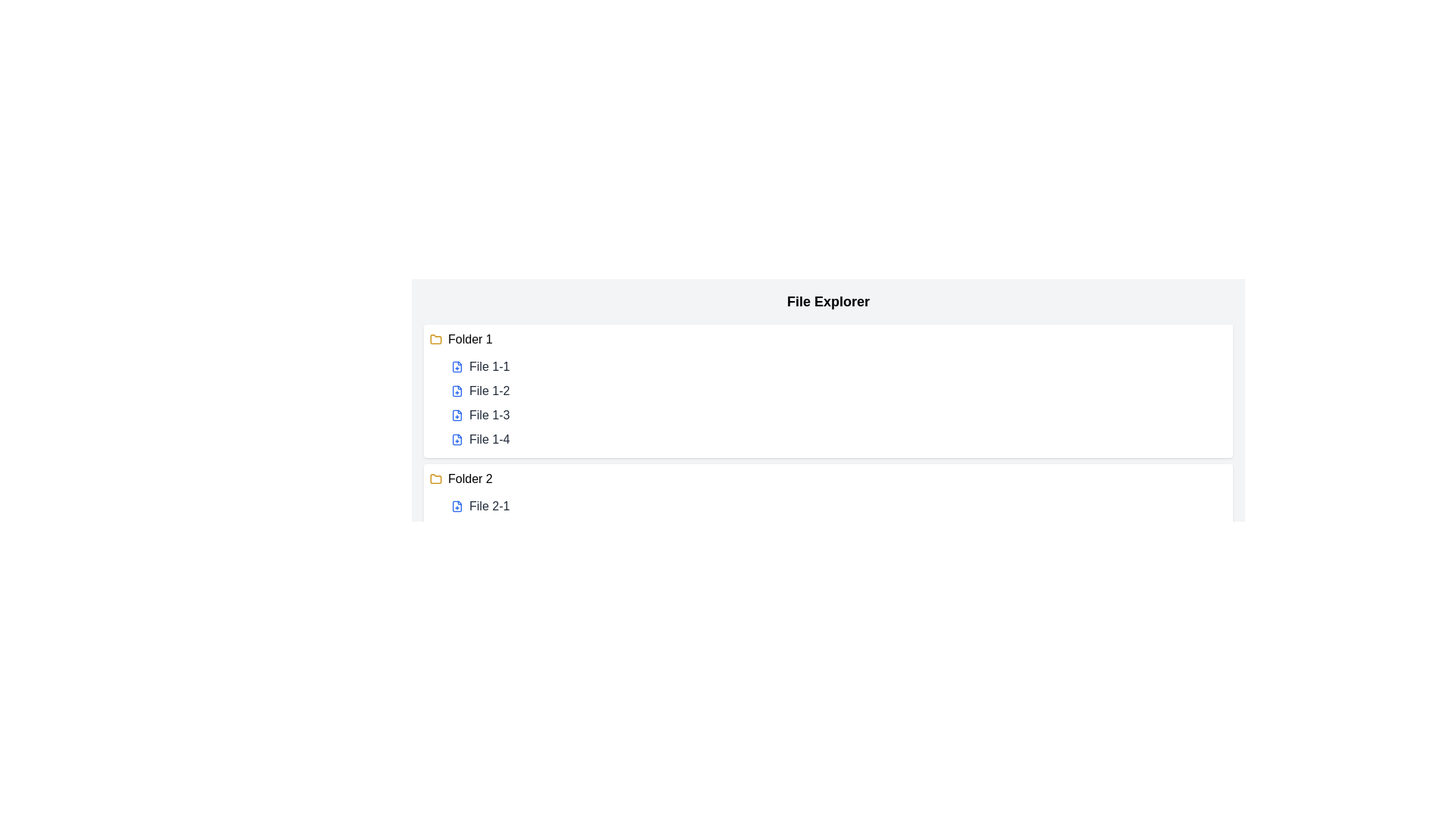 This screenshot has height=819, width=1456. I want to click on the static text label 'File 1-4' located in the file explorer interface under 'Folder 1', so click(489, 439).